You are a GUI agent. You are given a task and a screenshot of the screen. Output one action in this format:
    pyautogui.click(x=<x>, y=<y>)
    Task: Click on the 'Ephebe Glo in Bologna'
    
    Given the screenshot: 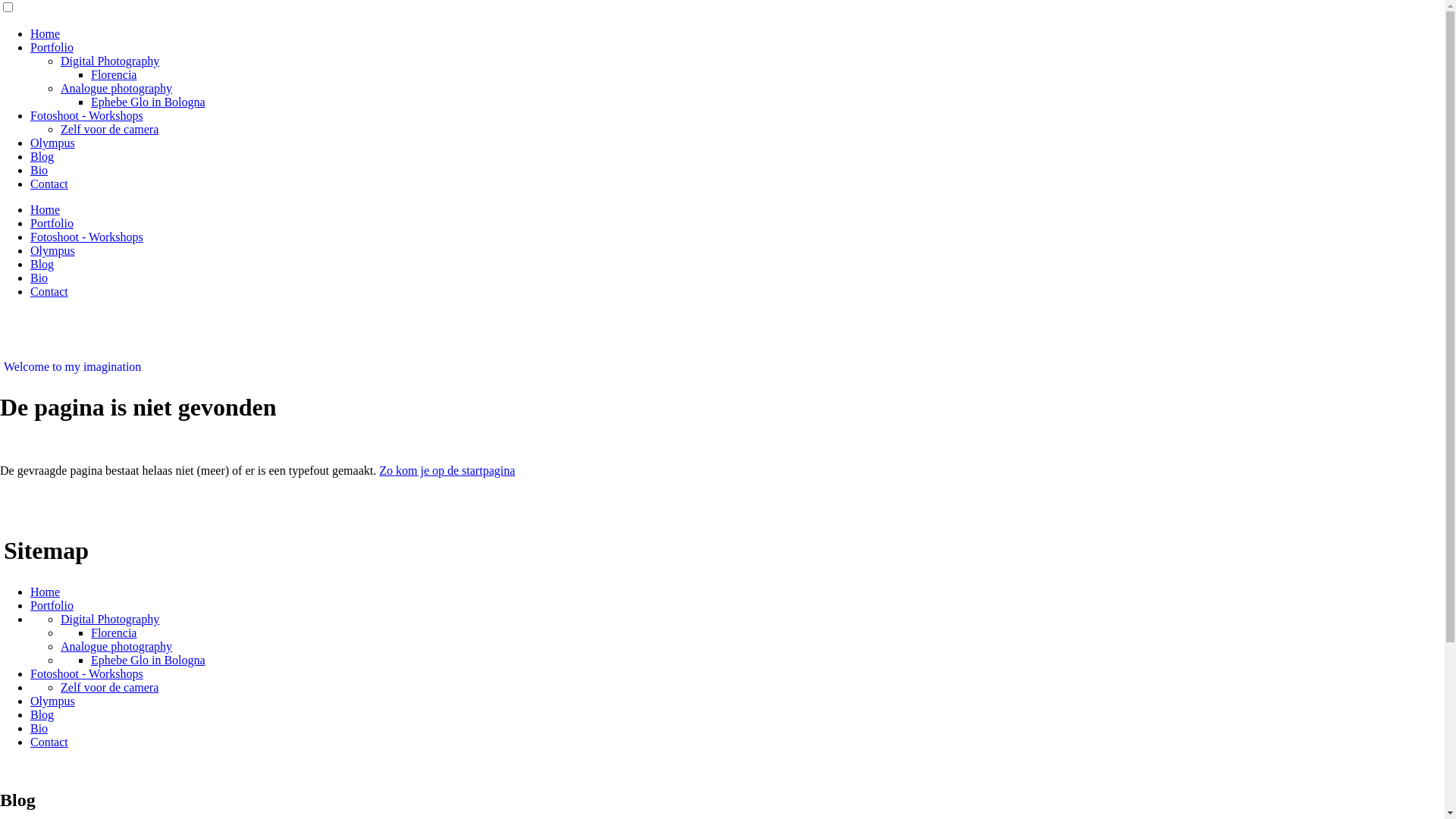 What is the action you would take?
    pyautogui.click(x=148, y=102)
    